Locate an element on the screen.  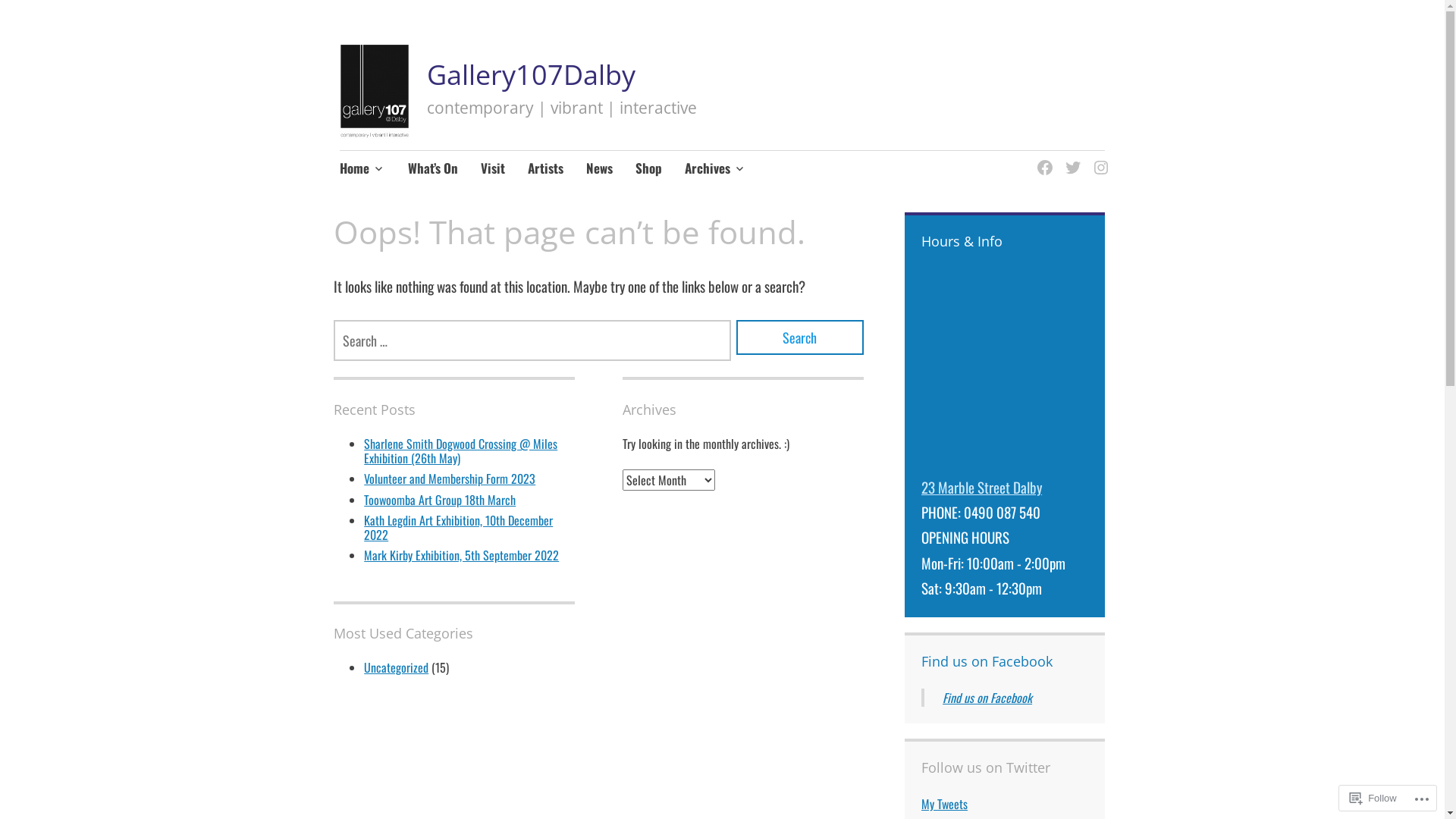
'Volunteer and Membership Form 2023' is located at coordinates (364, 479).